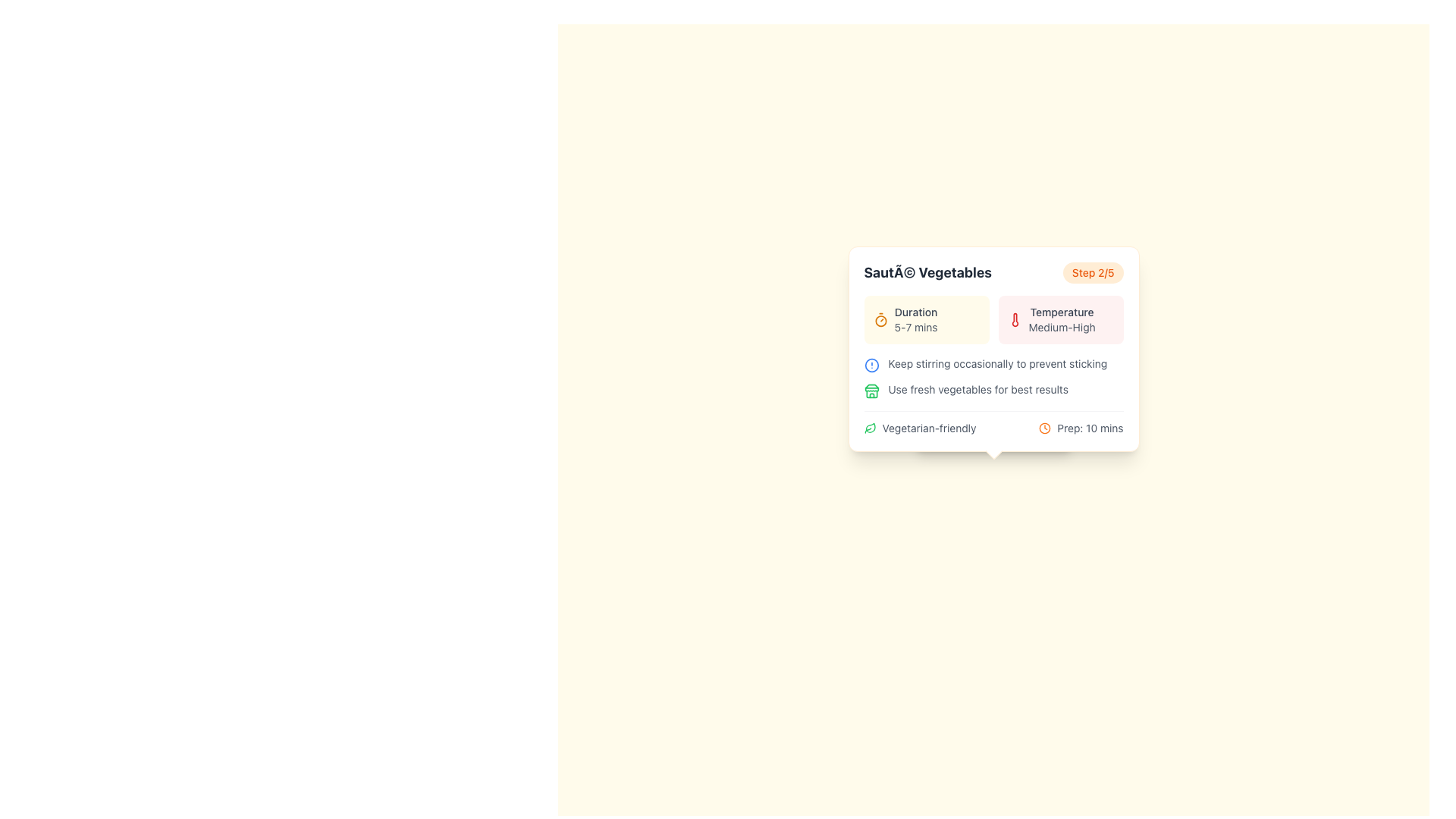 The width and height of the screenshot is (1456, 819). I want to click on the rounded rectangular badge with a light orange background and orange text "Step 2/5" located at the top-right corner of the card labeled "Sauté Vegetables", so click(1093, 271).